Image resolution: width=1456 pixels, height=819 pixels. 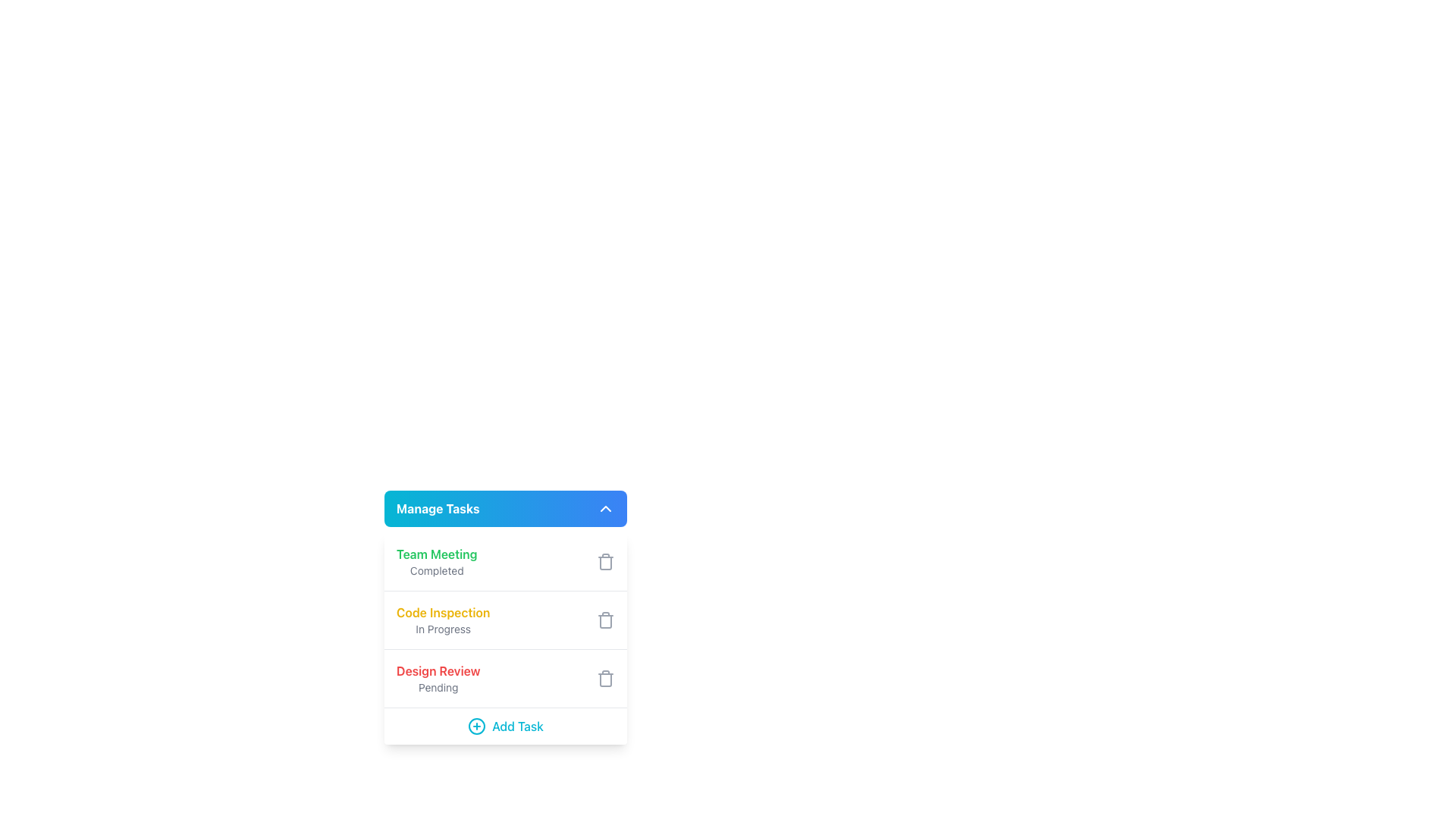 I want to click on the 'Pending' text label located below the 'Design Review' label in the task list of the 'Manage Tasks' box, so click(x=438, y=687).